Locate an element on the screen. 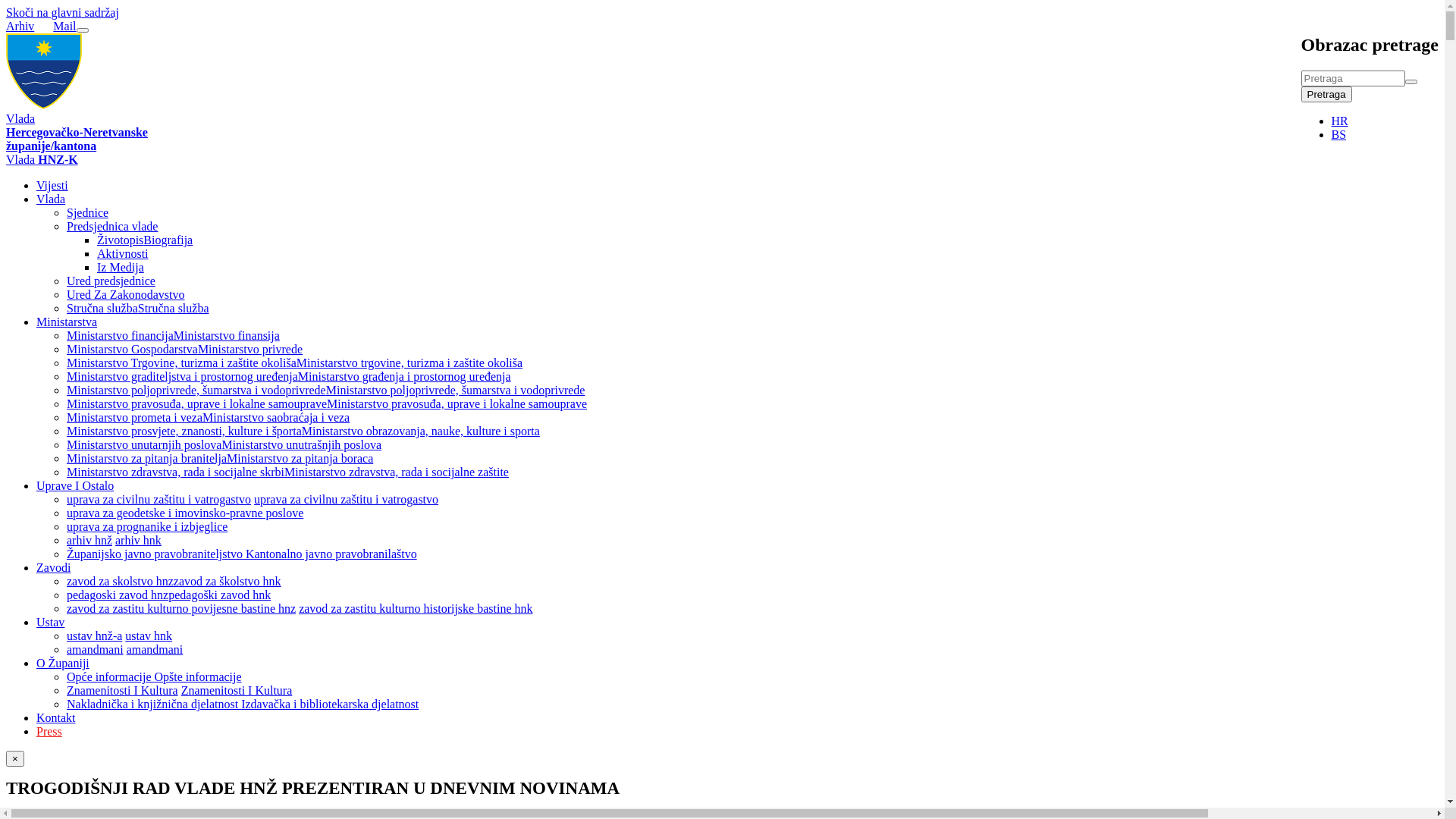 This screenshot has width=1456, height=819. 'Aktivnosti' is located at coordinates (123, 253).